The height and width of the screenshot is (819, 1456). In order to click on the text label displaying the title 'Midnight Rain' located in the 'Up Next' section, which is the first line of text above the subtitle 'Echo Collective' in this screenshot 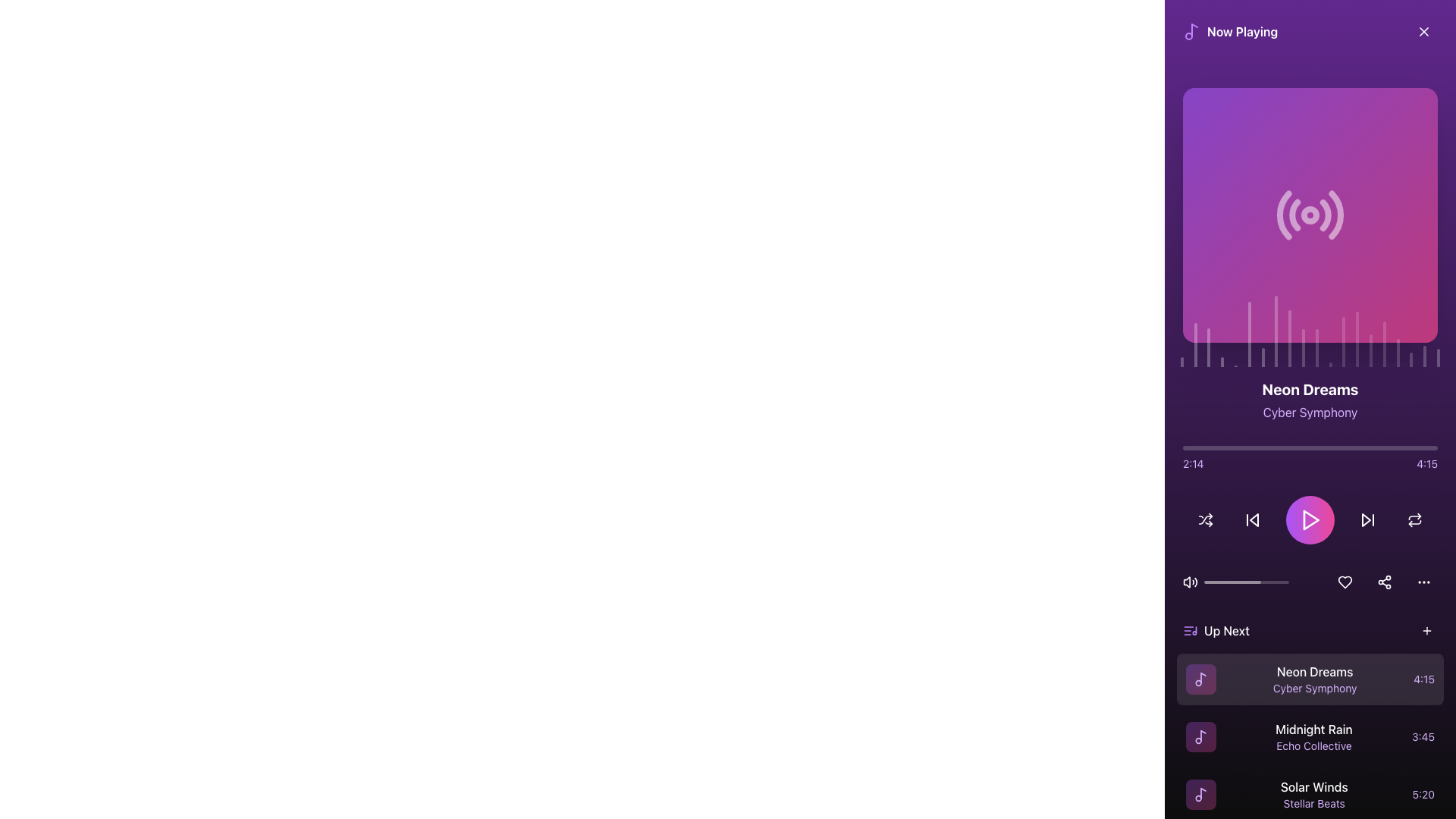, I will do `click(1313, 728)`.